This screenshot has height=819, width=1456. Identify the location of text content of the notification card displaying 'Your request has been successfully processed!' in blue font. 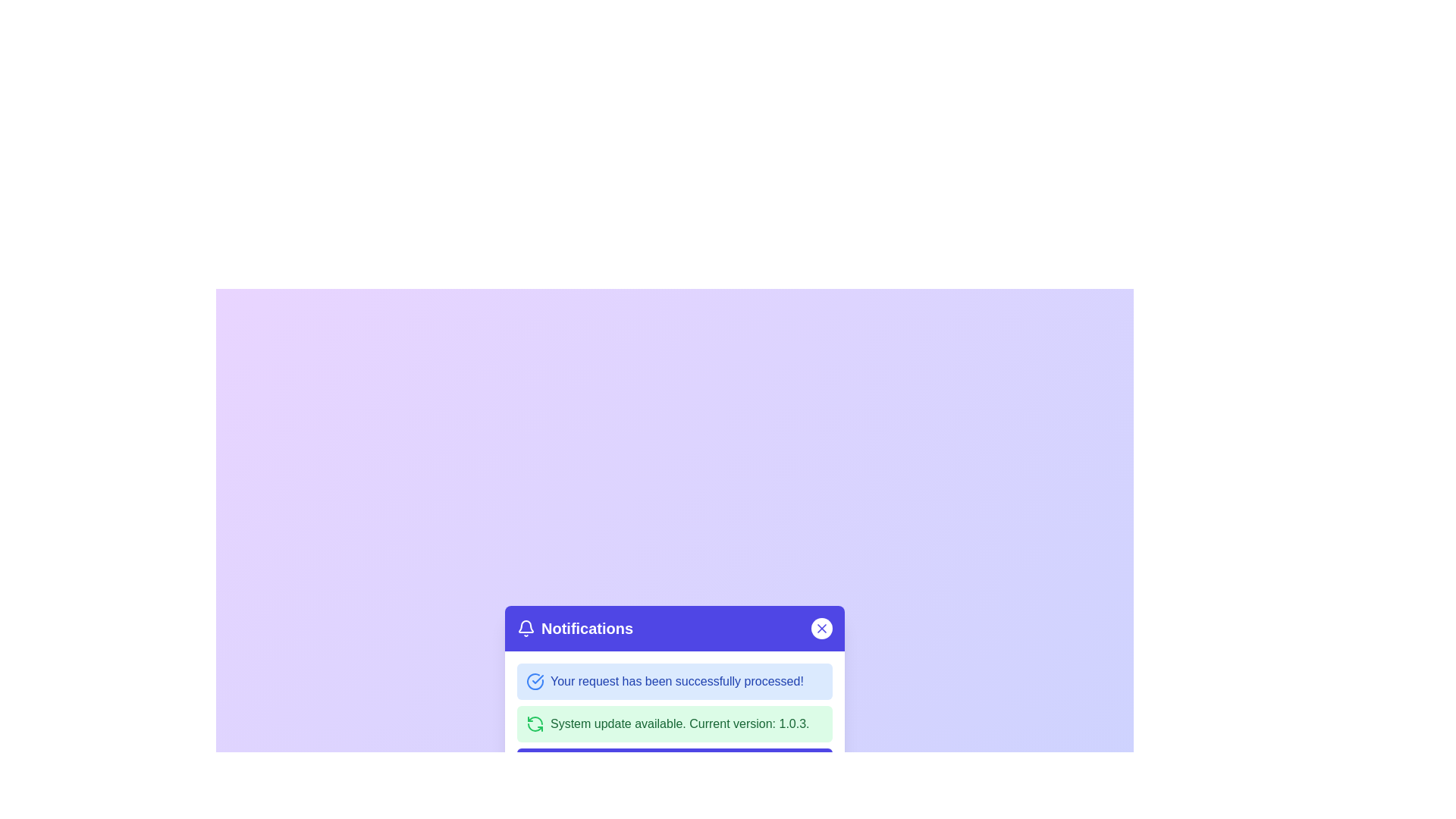
(676, 680).